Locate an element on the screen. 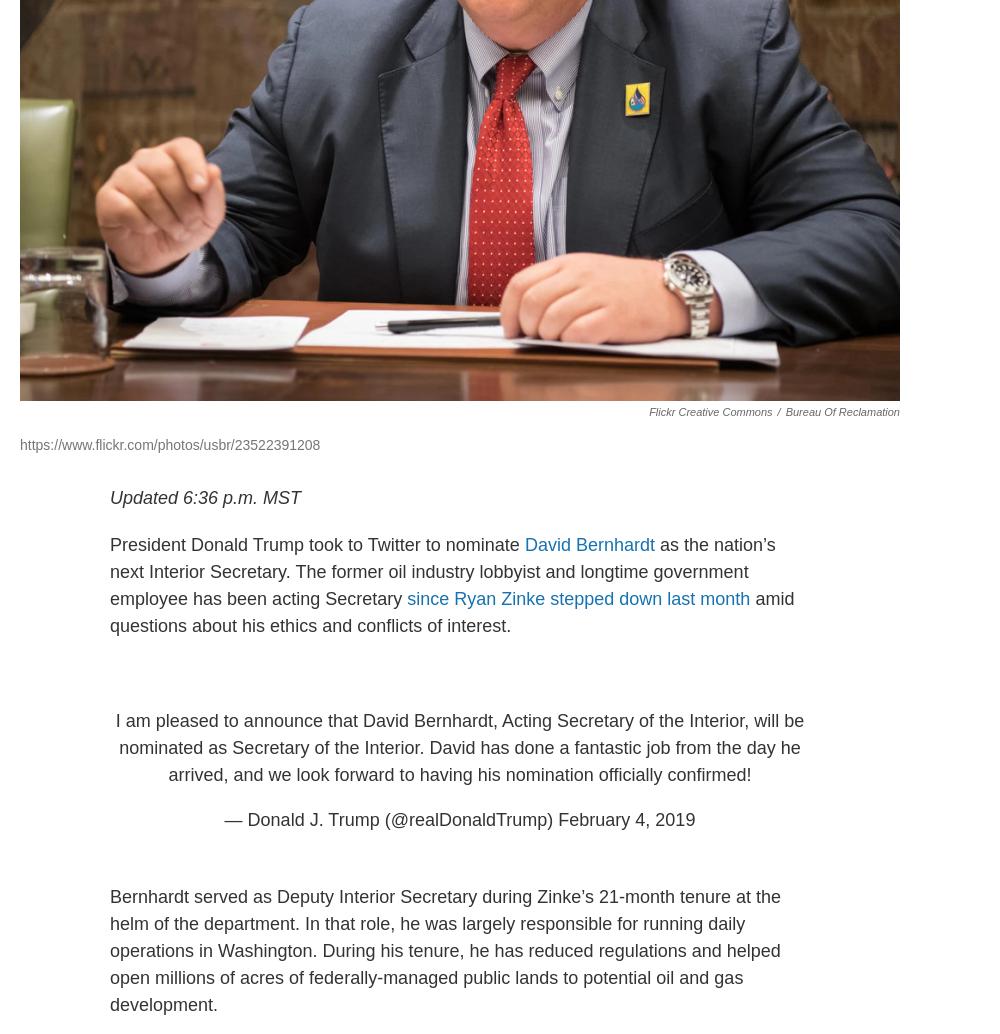 This screenshot has height=1034, width=1000. 'February 4, 2019' is located at coordinates (626, 818).